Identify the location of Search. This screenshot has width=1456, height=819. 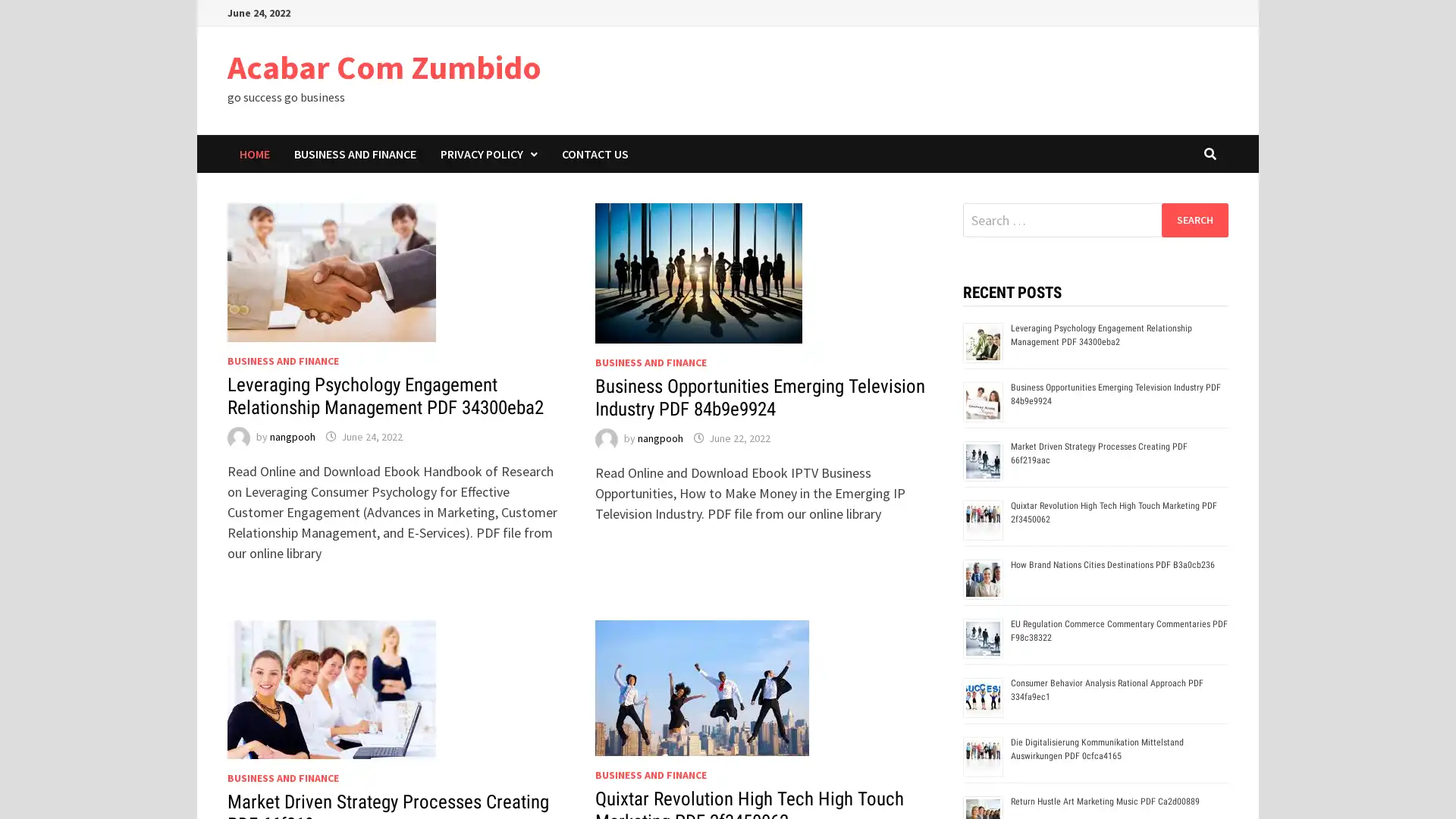
(1194, 219).